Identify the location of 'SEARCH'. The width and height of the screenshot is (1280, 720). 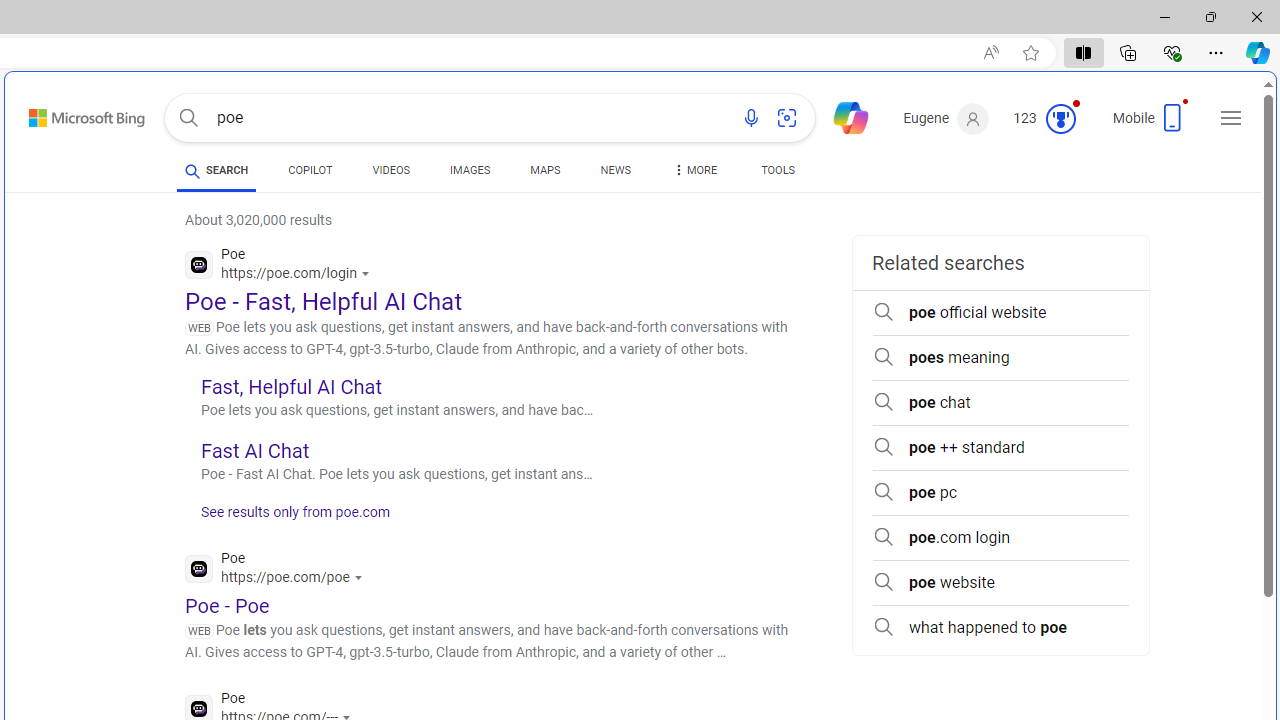
(216, 169).